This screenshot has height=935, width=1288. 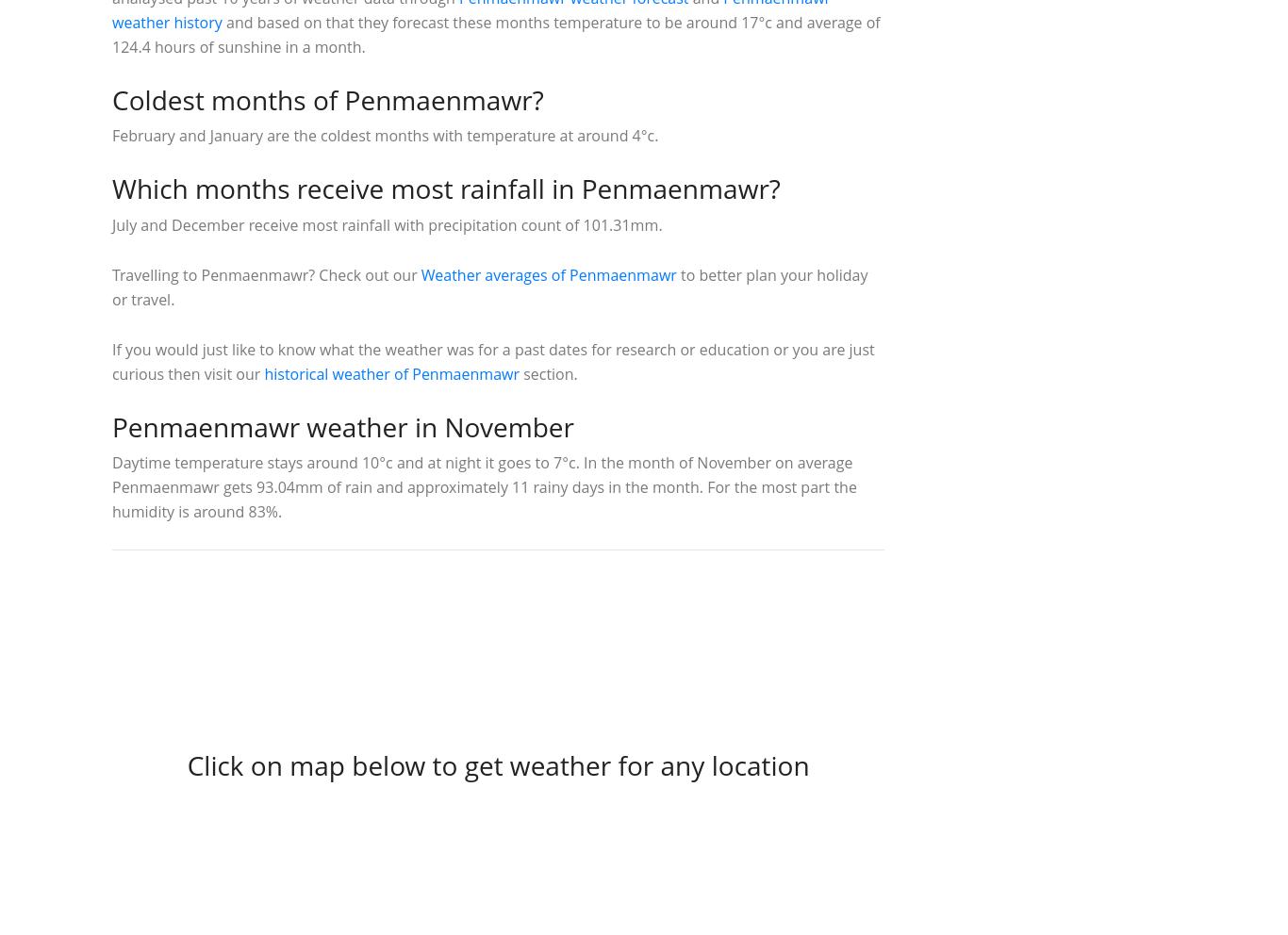 I want to click on 'Coldest months of Penmaenmawr?', so click(x=326, y=97).